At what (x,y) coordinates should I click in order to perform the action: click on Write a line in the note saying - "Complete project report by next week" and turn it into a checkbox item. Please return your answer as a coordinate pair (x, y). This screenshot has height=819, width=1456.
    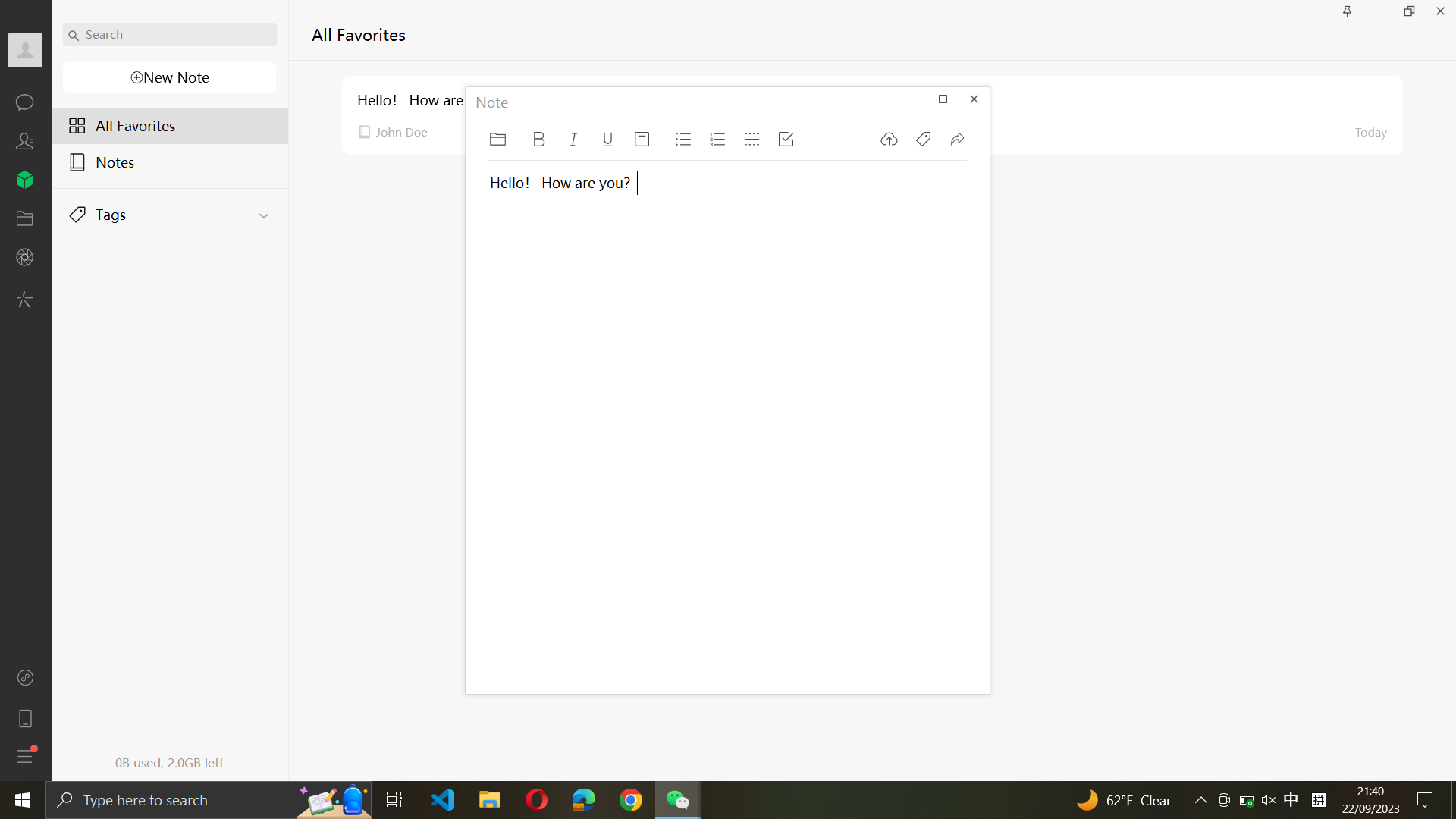
    Looking at the image, I should click on (551, 444).